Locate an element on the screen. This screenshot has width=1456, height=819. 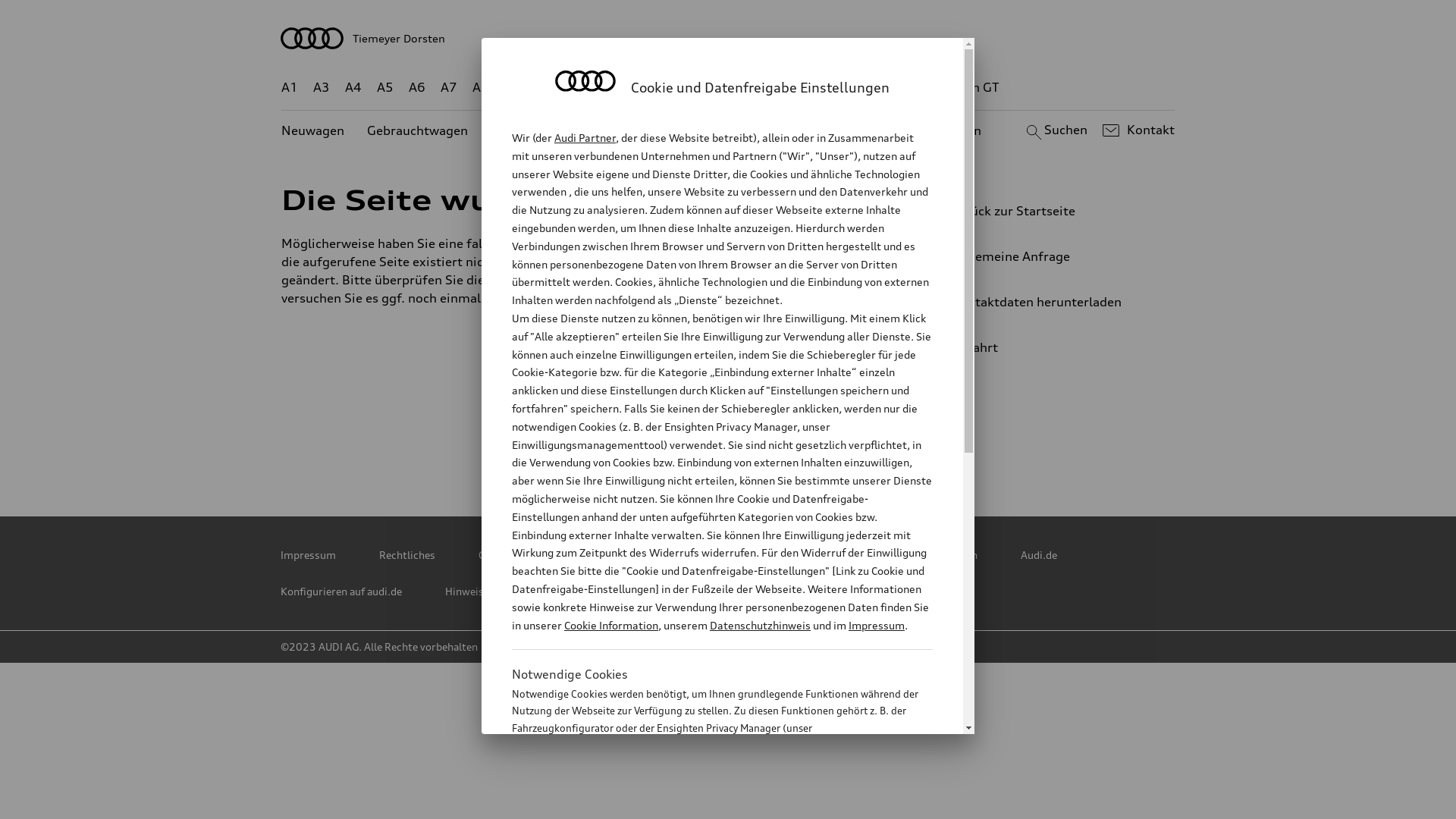
'YouTube' is located at coordinates (796, 444).